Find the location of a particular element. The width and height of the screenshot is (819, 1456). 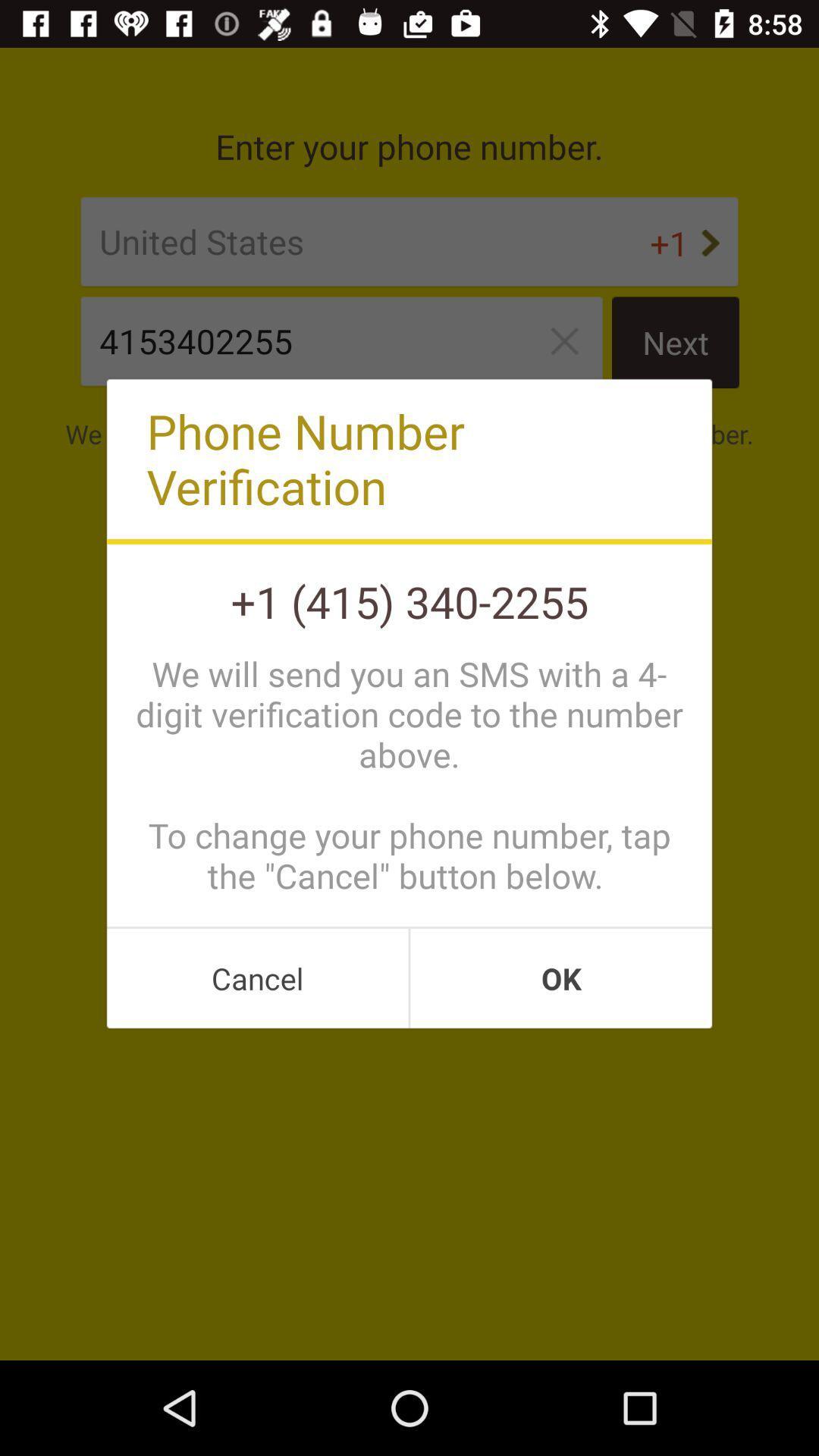

the ok is located at coordinates (561, 978).